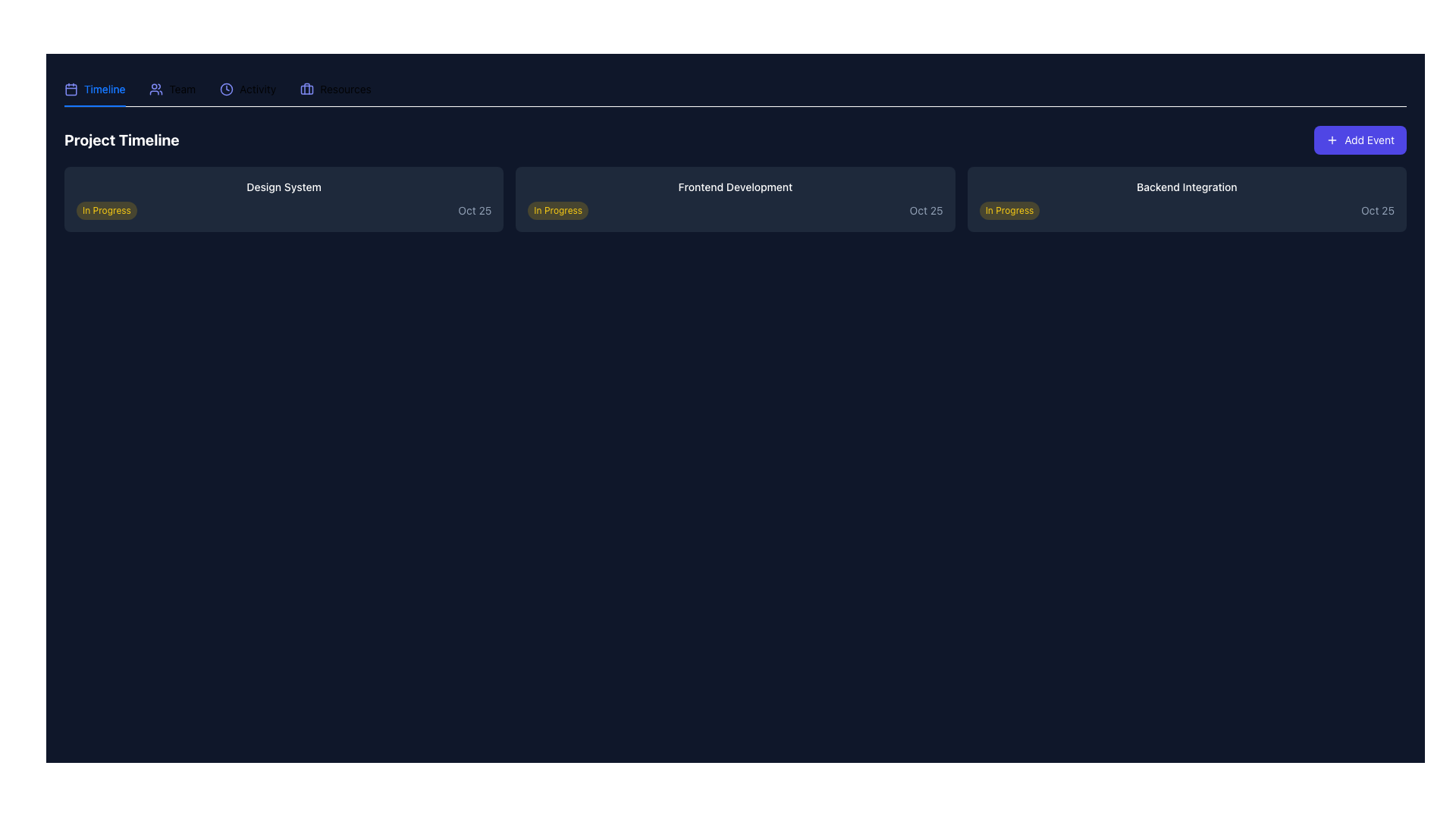  I want to click on the 'Timeline' text label located in the upper navigation bar, so click(104, 89).